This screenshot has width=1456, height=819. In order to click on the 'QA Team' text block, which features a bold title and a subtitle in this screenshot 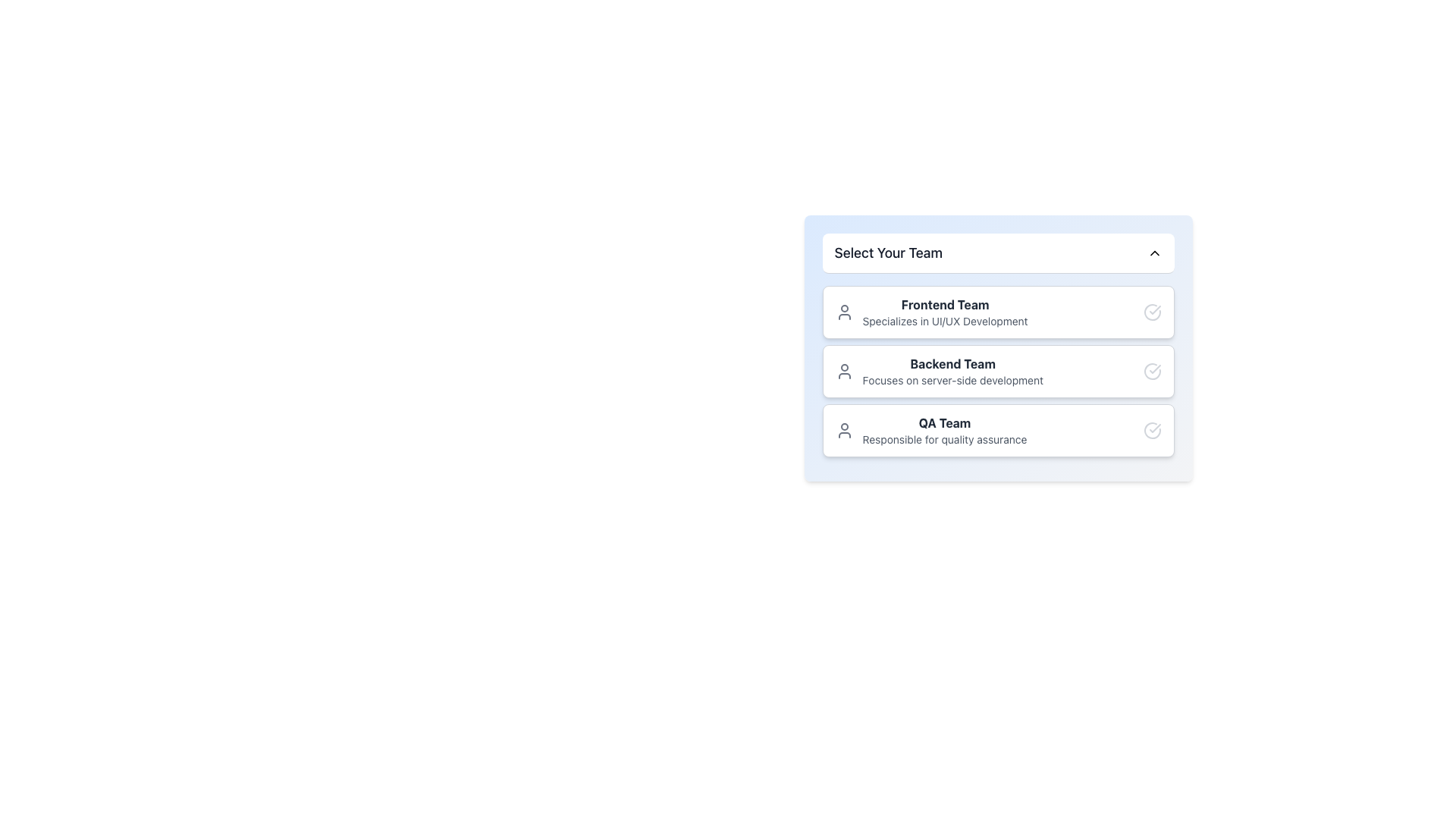, I will do `click(930, 430)`.